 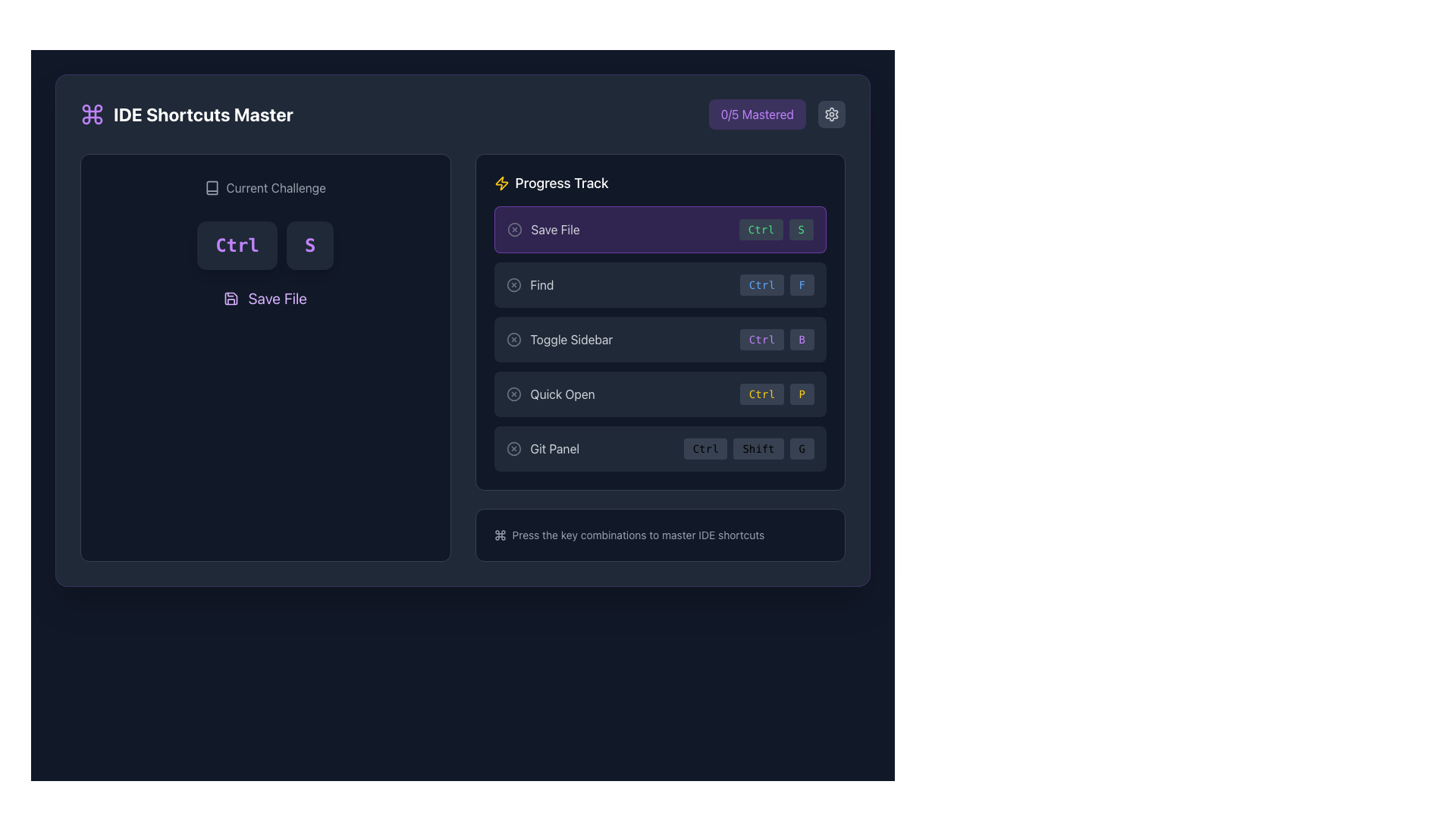 What do you see at coordinates (91, 113) in the screenshot?
I see `the purple graphic icon resembling a command or shortcut symbol located in the top-left corner of the header section, adjacent to the title 'IDE Shortcuts Master'` at bounding box center [91, 113].